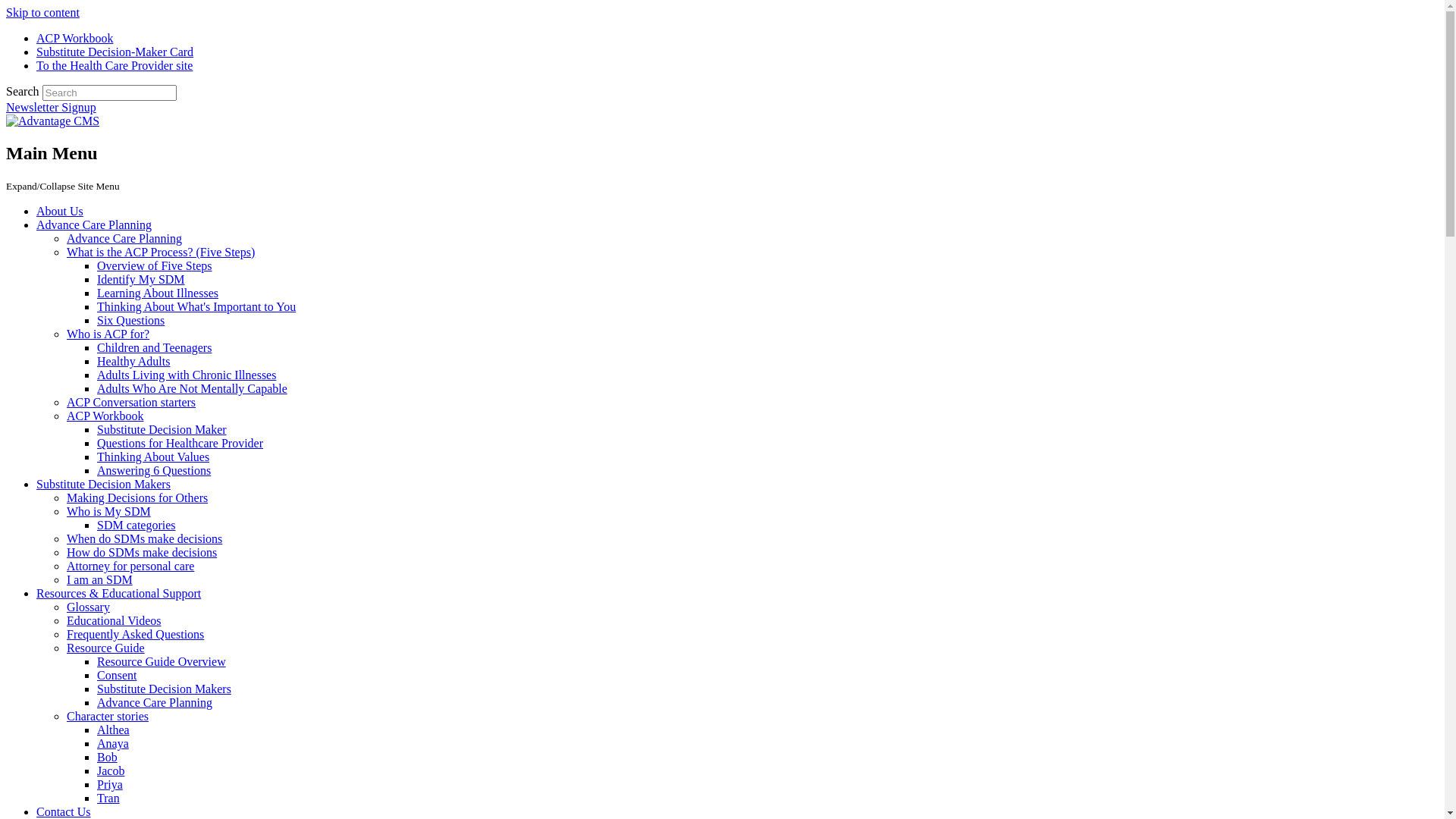 The width and height of the screenshot is (1456, 819). Describe the element at coordinates (96, 375) in the screenshot. I see `'Adults Living with Chronic Illnesses'` at that location.